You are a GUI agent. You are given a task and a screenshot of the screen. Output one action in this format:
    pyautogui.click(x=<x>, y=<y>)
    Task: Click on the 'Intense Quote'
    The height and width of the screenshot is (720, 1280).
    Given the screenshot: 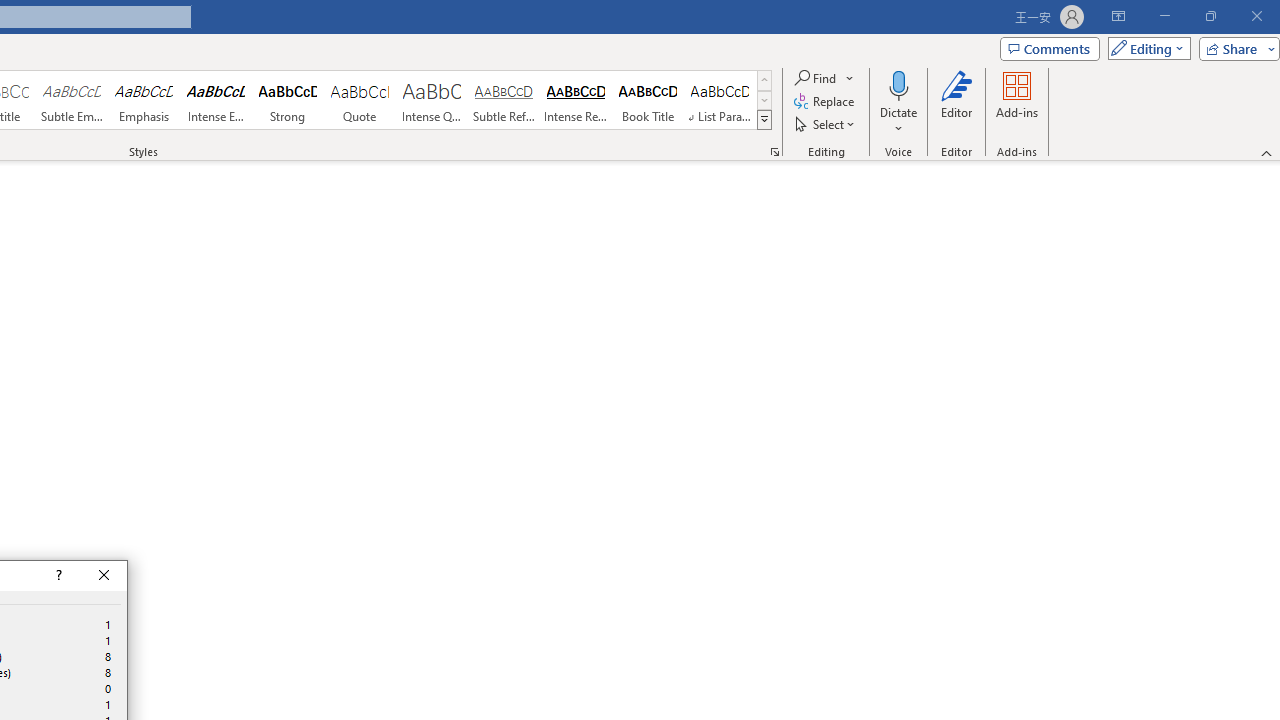 What is the action you would take?
    pyautogui.click(x=431, y=100)
    